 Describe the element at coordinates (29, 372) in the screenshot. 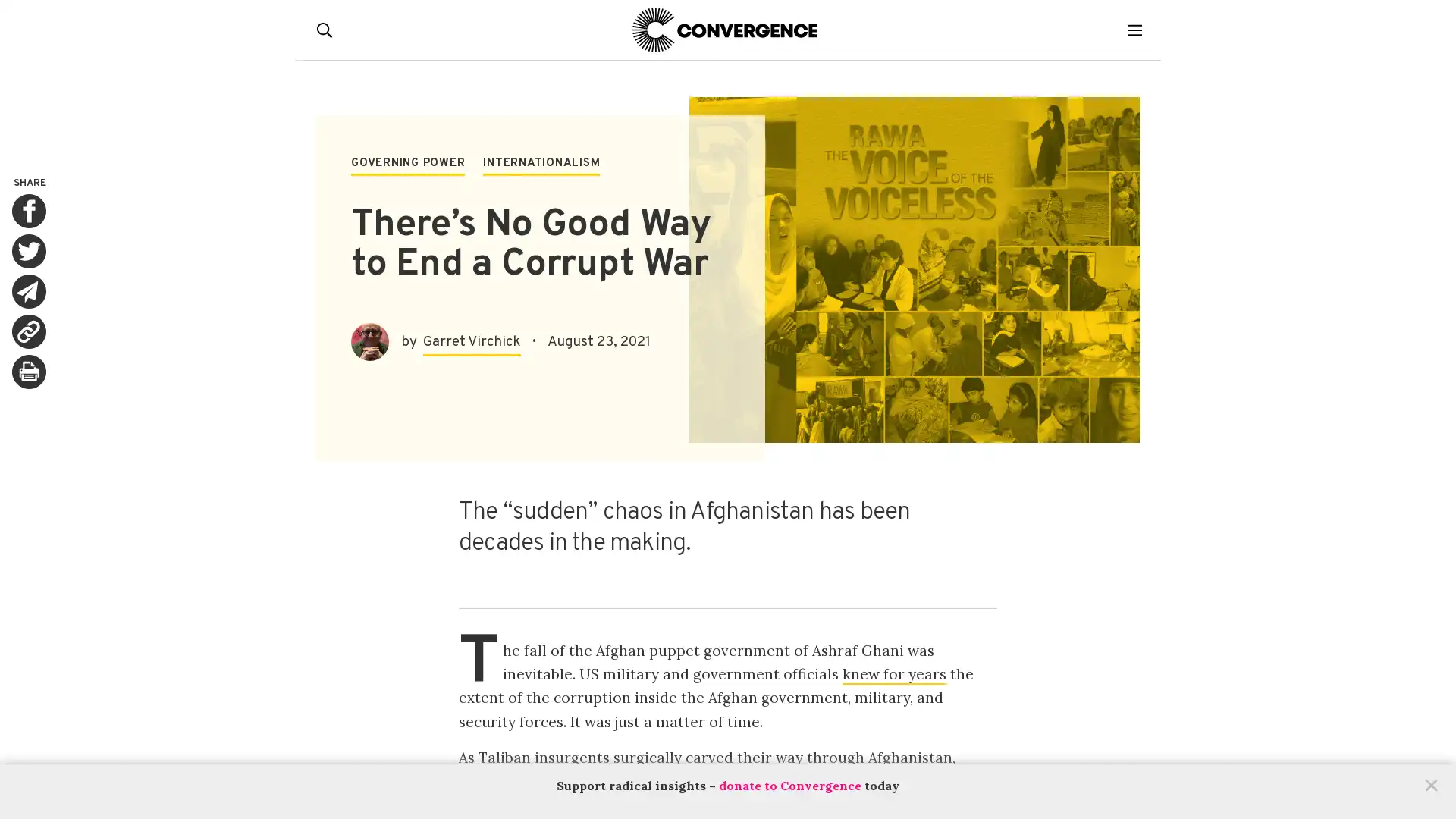

I see `Share via Print` at that location.